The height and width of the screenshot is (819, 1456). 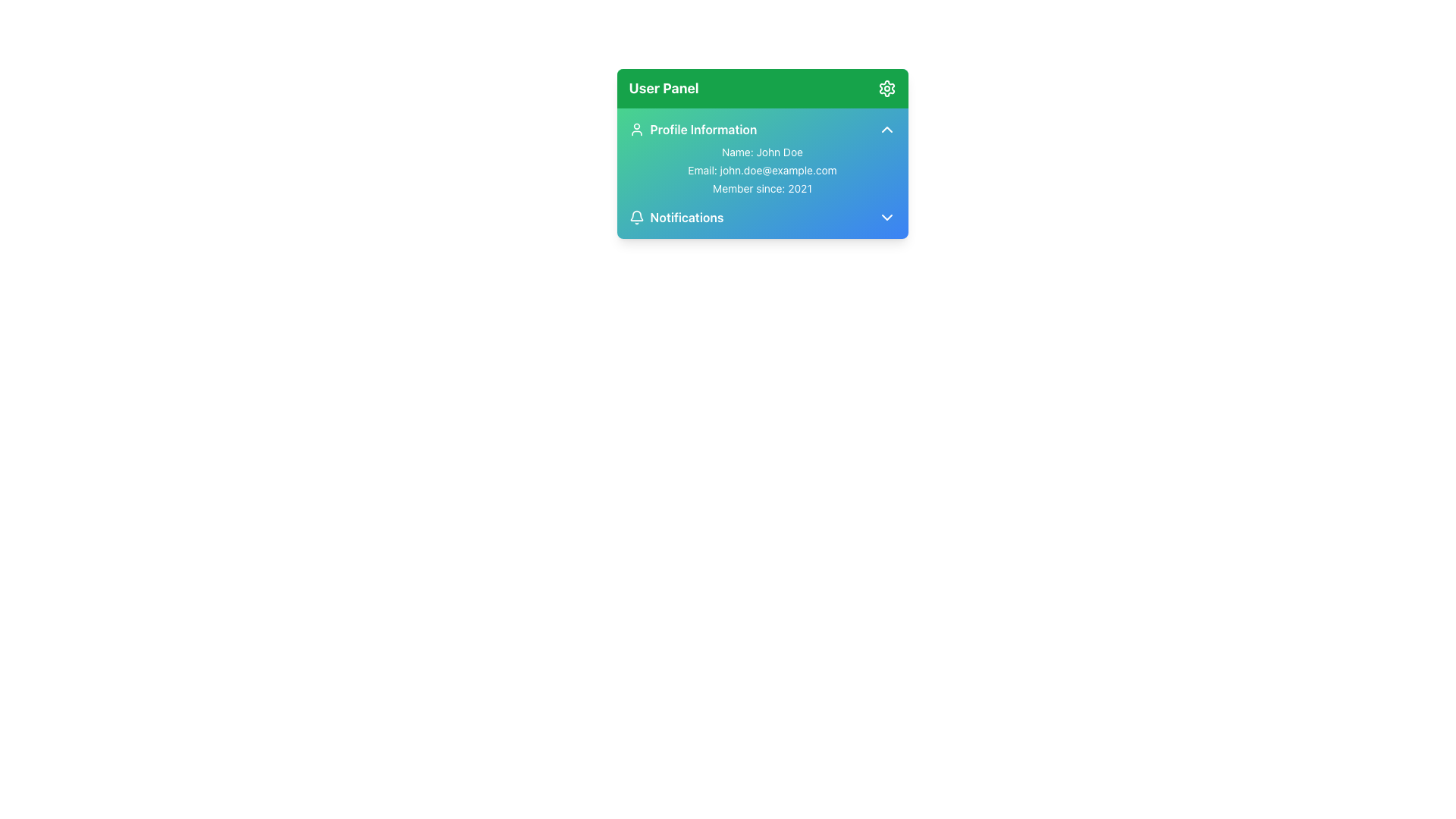 I want to click on the 'Member since: 2021' text label, which is styled with a gradient background and is the third line in the Profile Information section, so click(x=762, y=188).